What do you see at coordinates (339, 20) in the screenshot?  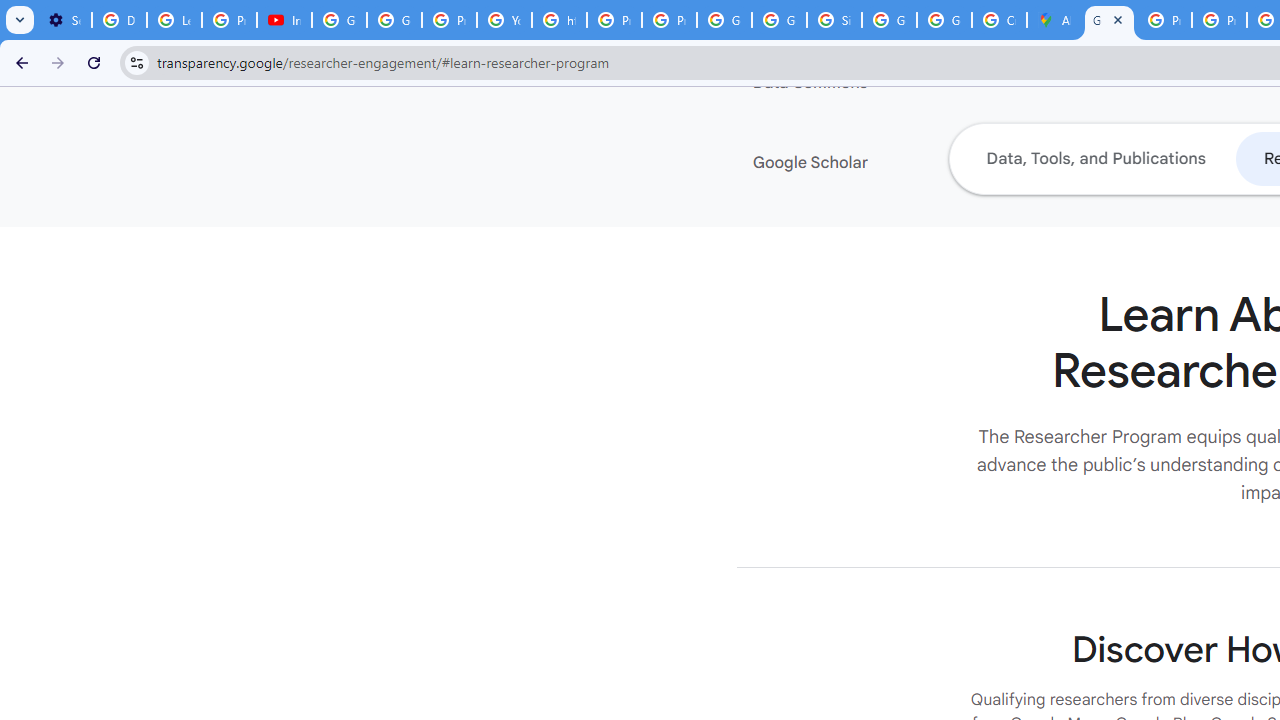 I see `'Google Account Help'` at bounding box center [339, 20].